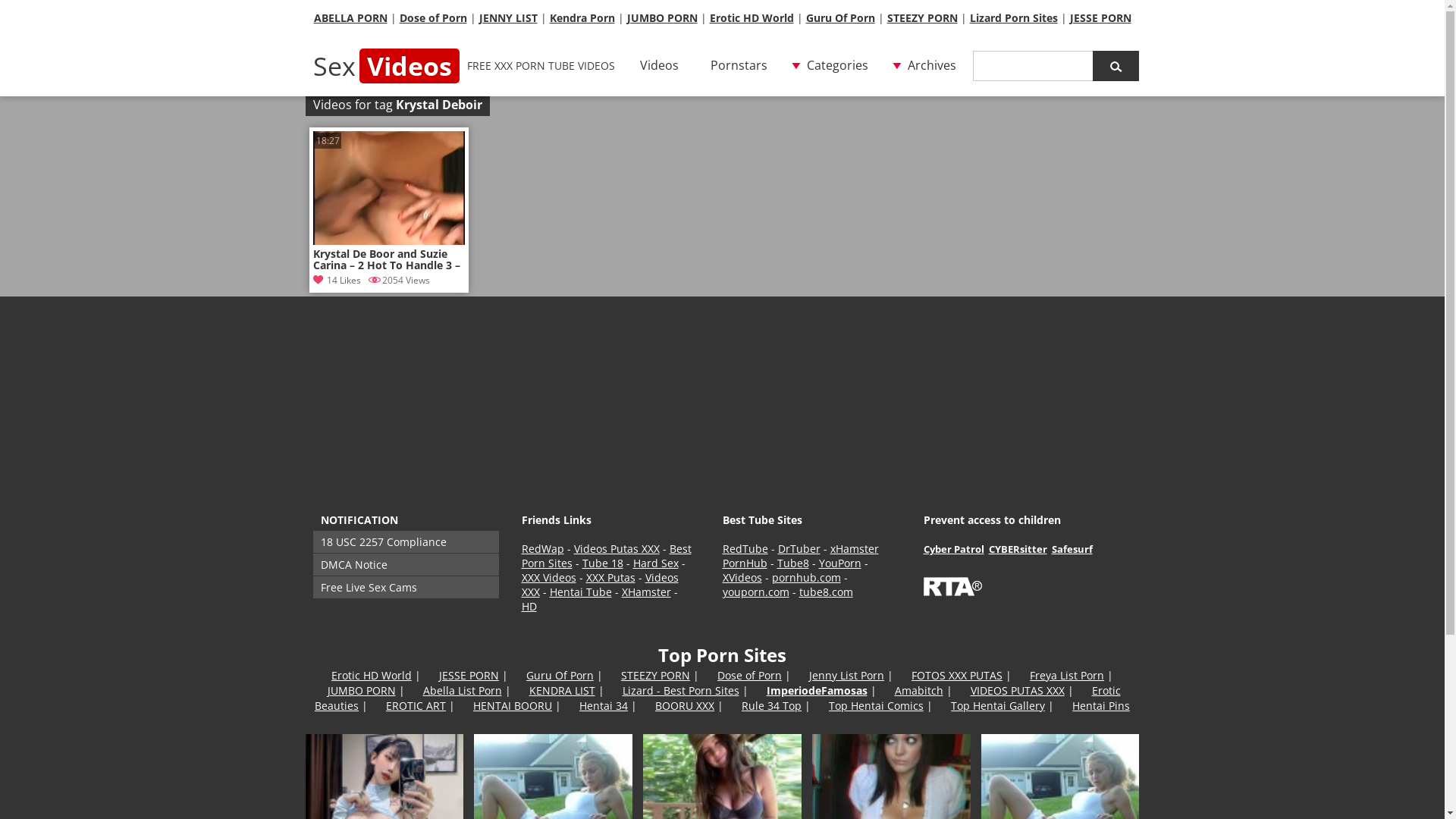 The width and height of the screenshot is (1456, 819). What do you see at coordinates (335, 280) in the screenshot?
I see `'14 Likes'` at bounding box center [335, 280].